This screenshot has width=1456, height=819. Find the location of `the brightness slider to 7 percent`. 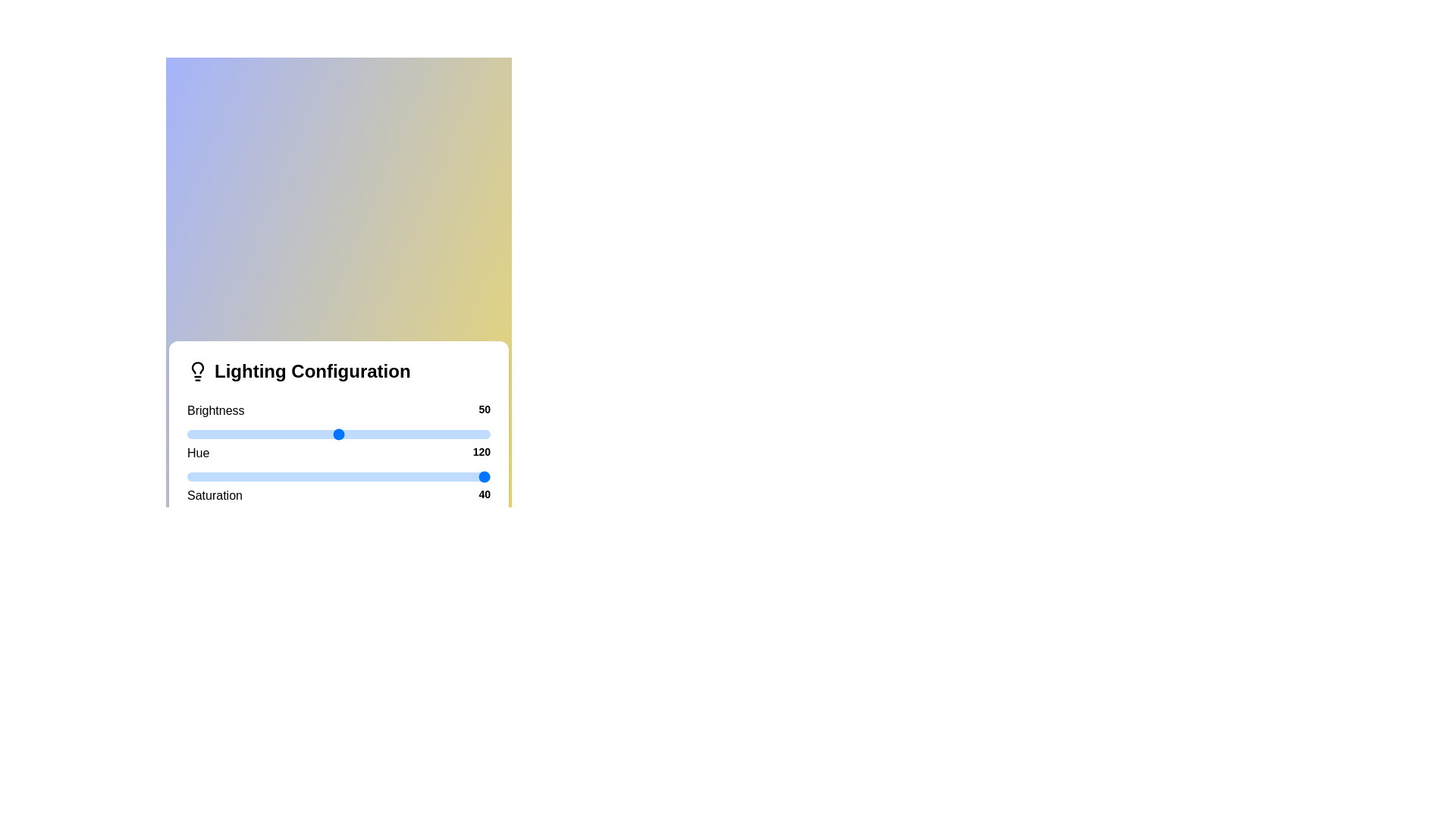

the brightness slider to 7 percent is located at coordinates (207, 435).